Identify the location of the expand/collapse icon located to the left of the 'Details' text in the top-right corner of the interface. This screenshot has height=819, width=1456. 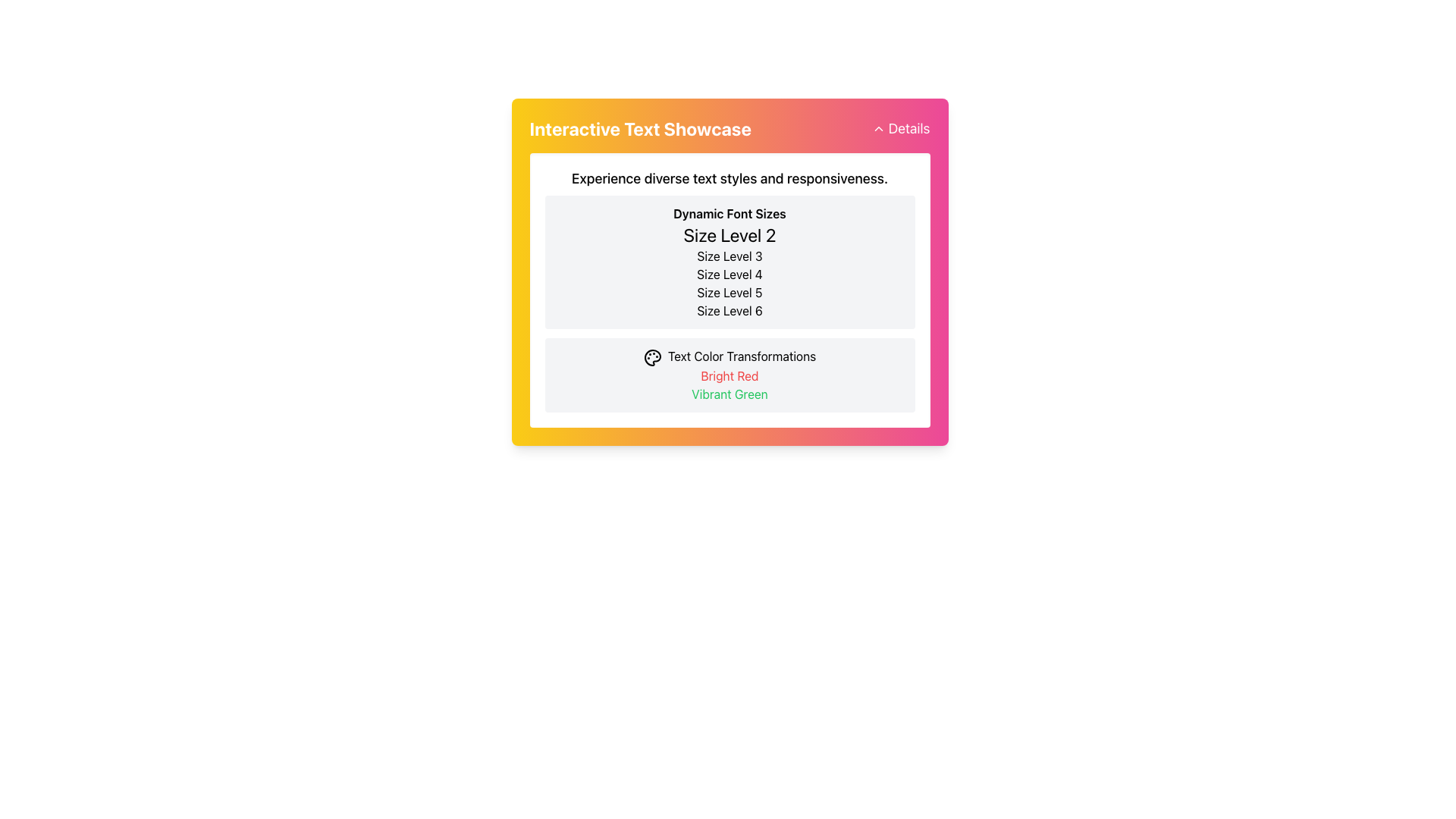
(878, 127).